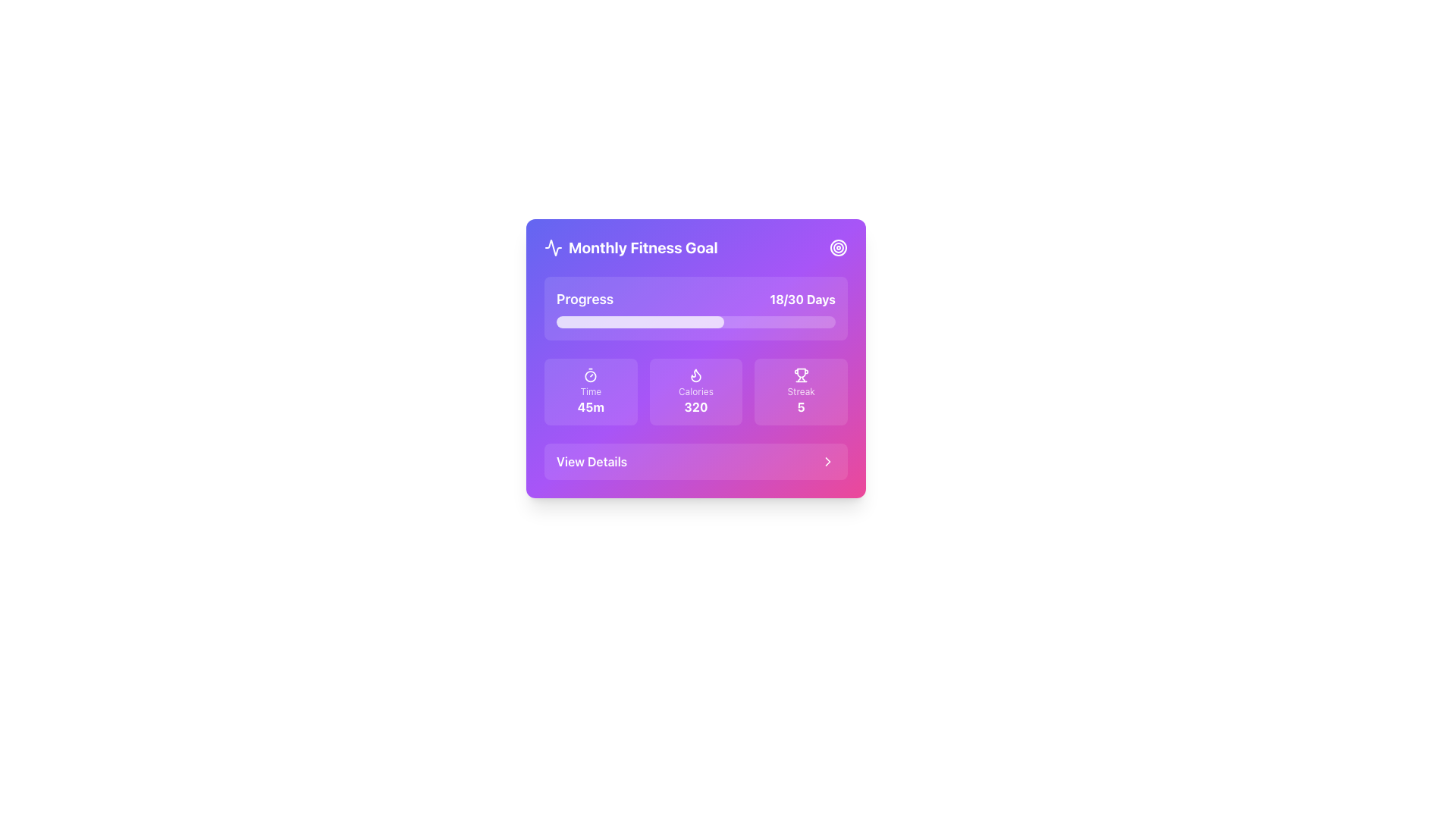  What do you see at coordinates (827, 461) in the screenshot?
I see `the small, right-pointing chevron icon located in the bottom-right corner of the 'Monthly Fitness Goal' section` at bounding box center [827, 461].